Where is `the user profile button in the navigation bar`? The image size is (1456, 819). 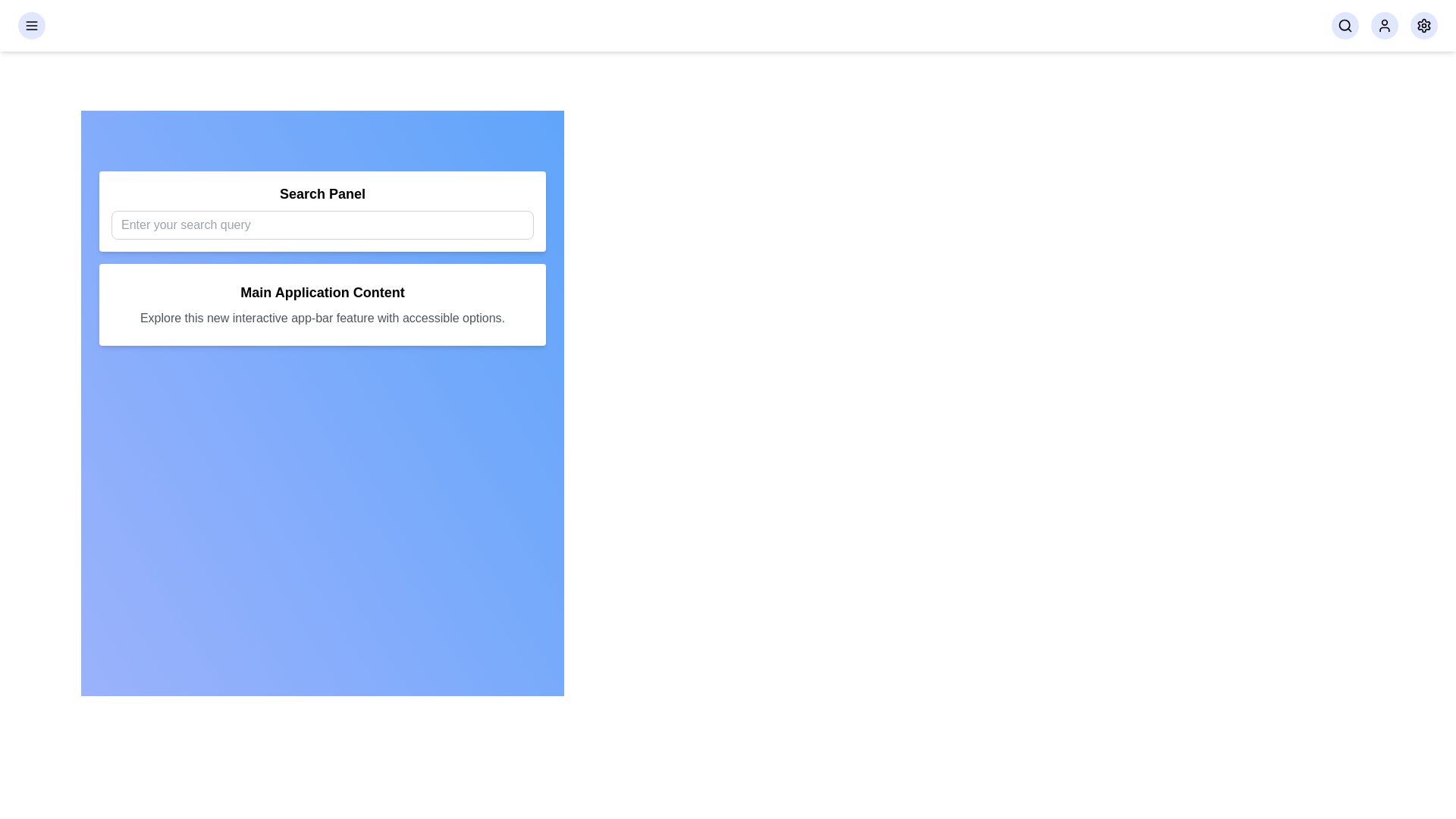
the user profile button in the navigation bar is located at coordinates (1384, 26).